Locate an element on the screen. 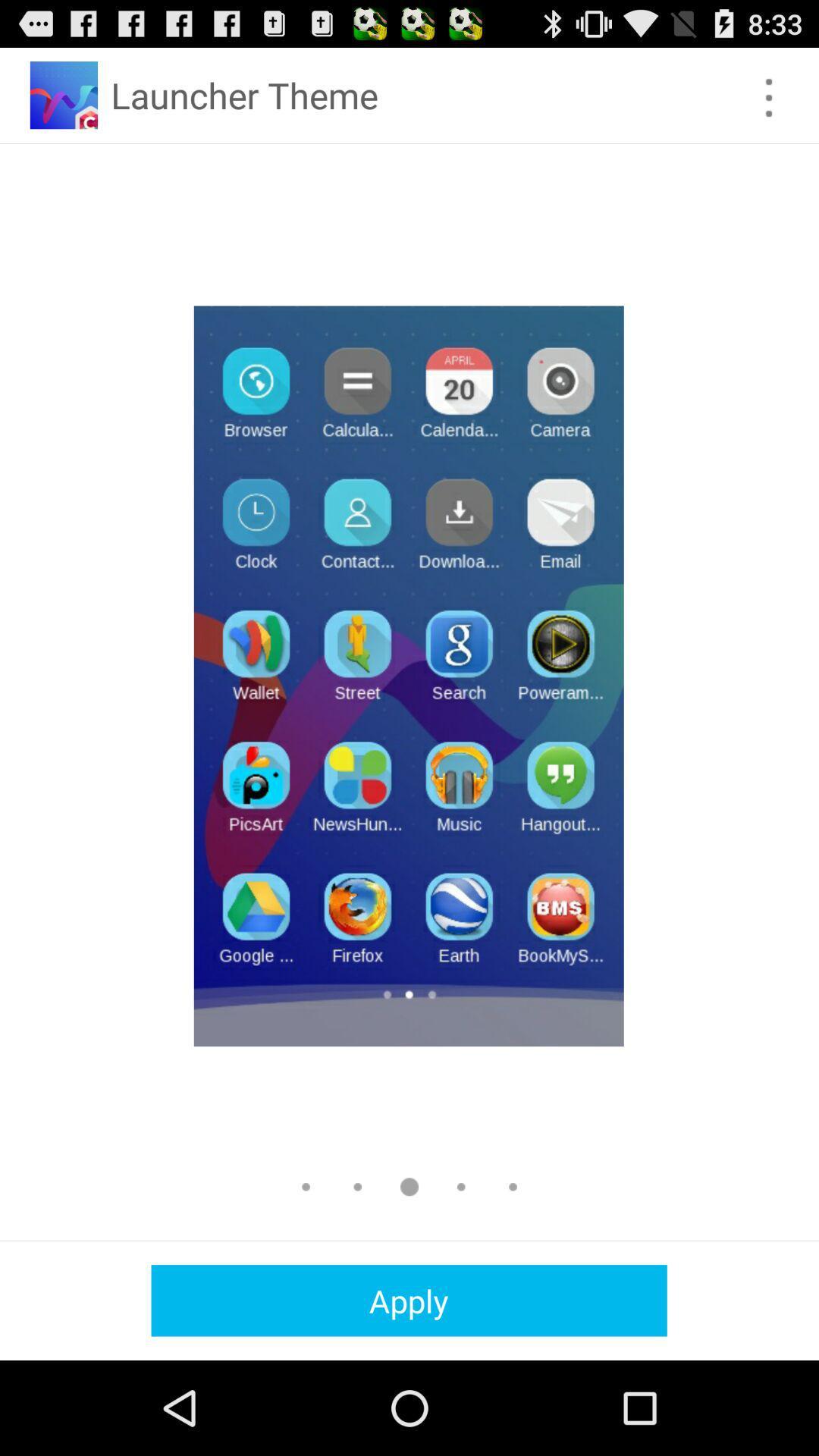 The height and width of the screenshot is (1456, 819). options button is located at coordinates (769, 97).